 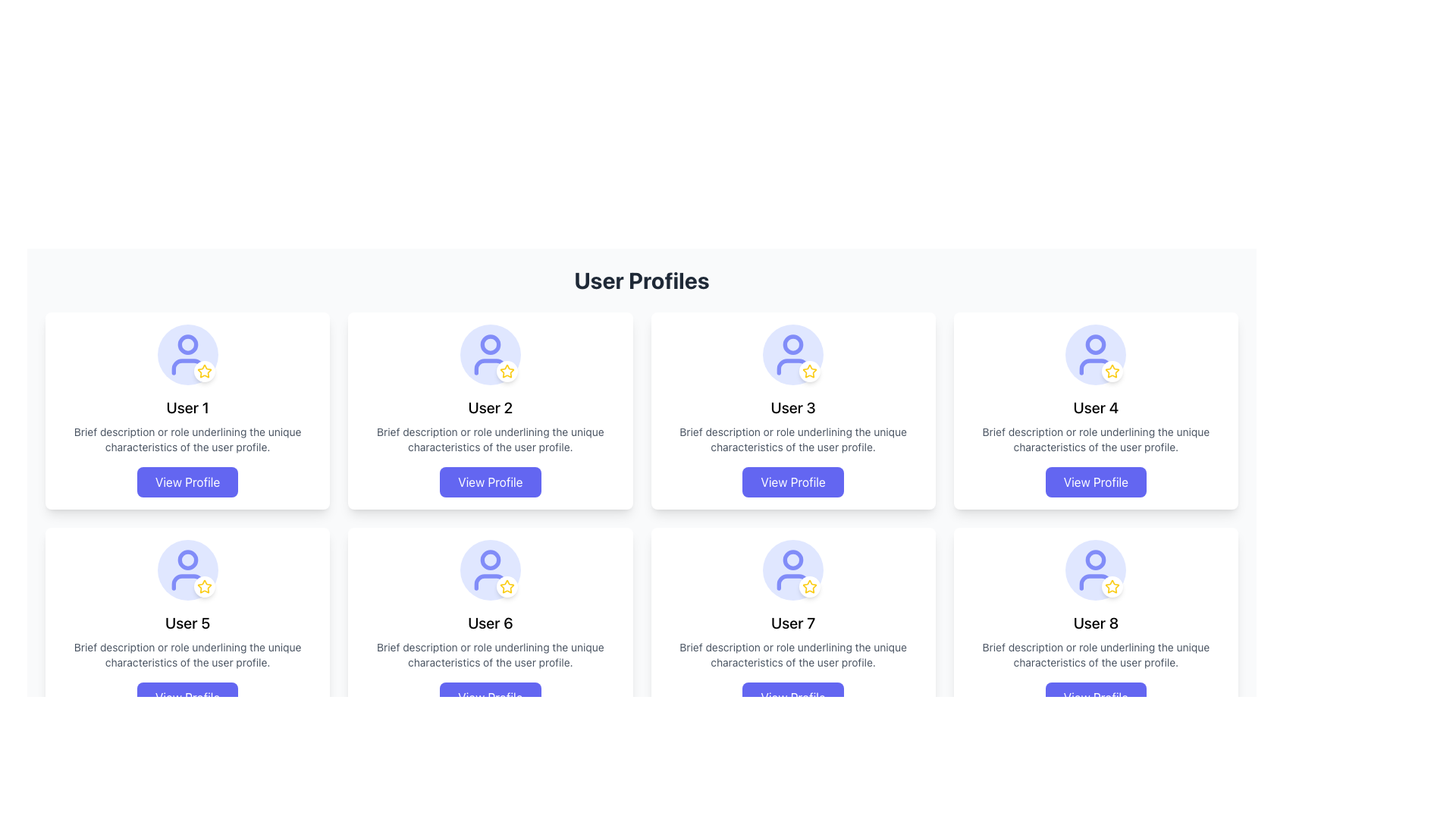 I want to click on the circular avatar with a decorative icon, which has a light indigo background and a user icon in its center, located under the 'User 8' card, so click(x=1096, y=570).